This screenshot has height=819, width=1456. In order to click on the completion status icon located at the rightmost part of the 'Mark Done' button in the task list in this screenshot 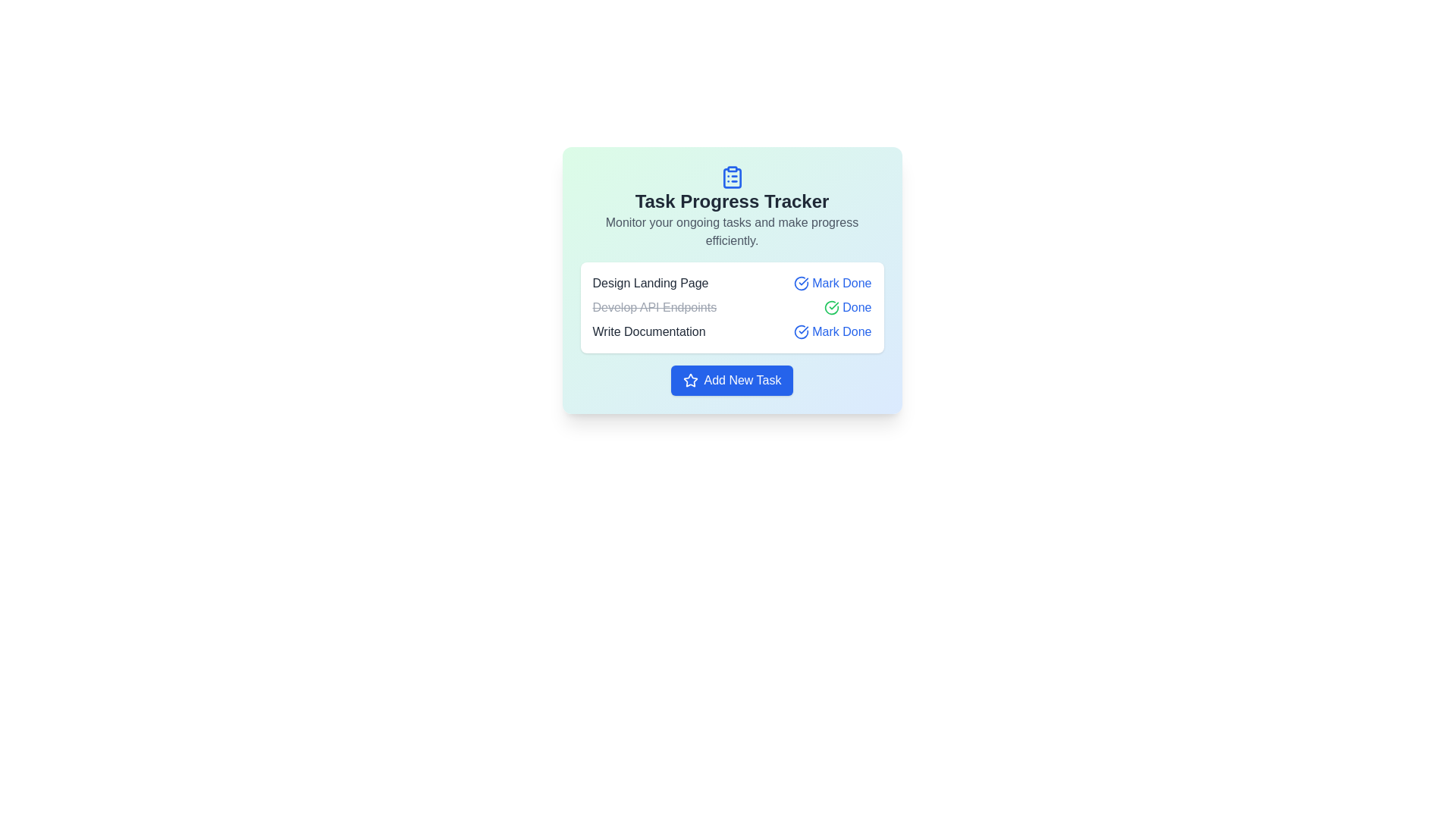, I will do `click(801, 284)`.